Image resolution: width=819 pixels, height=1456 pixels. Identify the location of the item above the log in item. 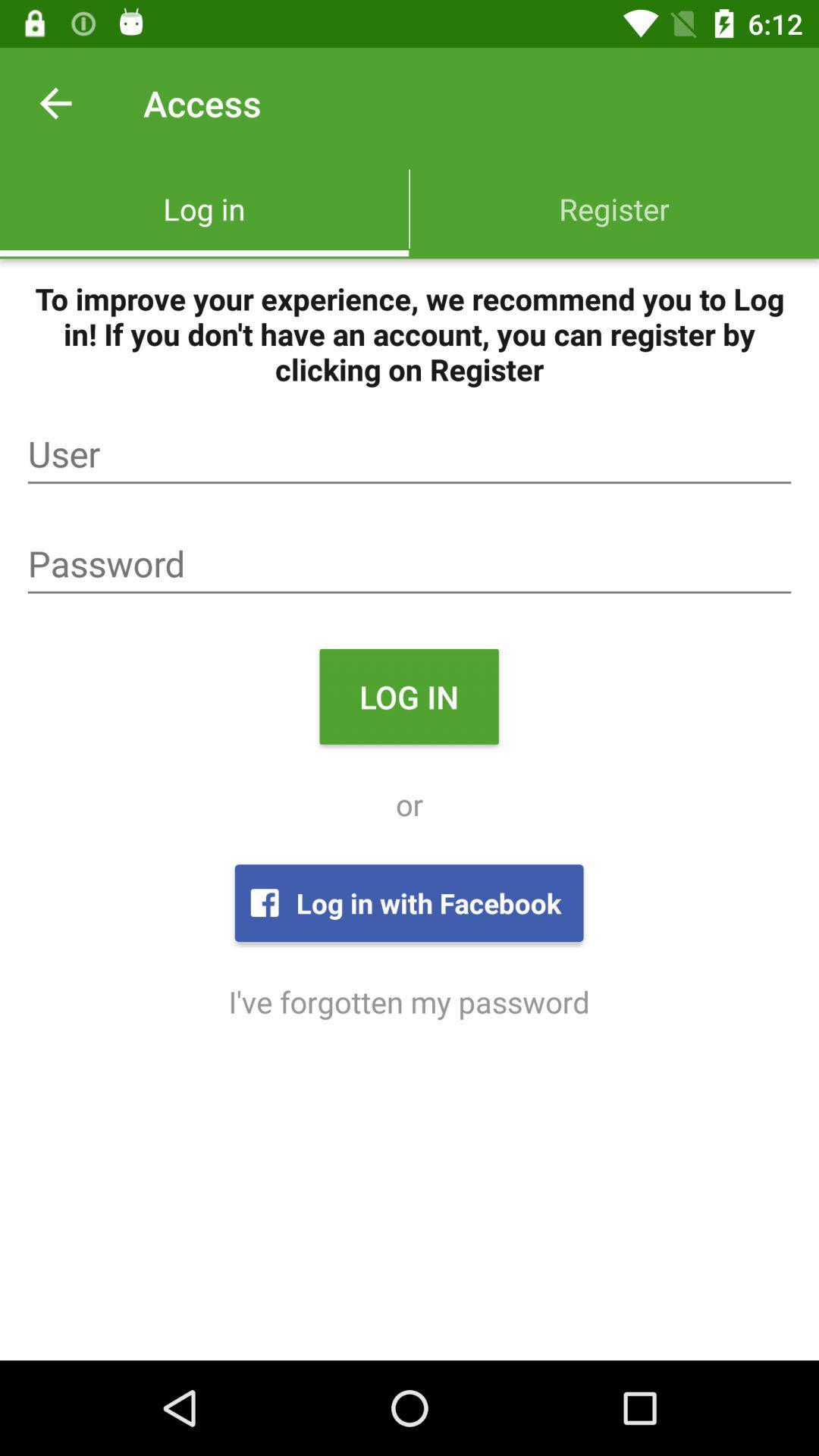
(409, 563).